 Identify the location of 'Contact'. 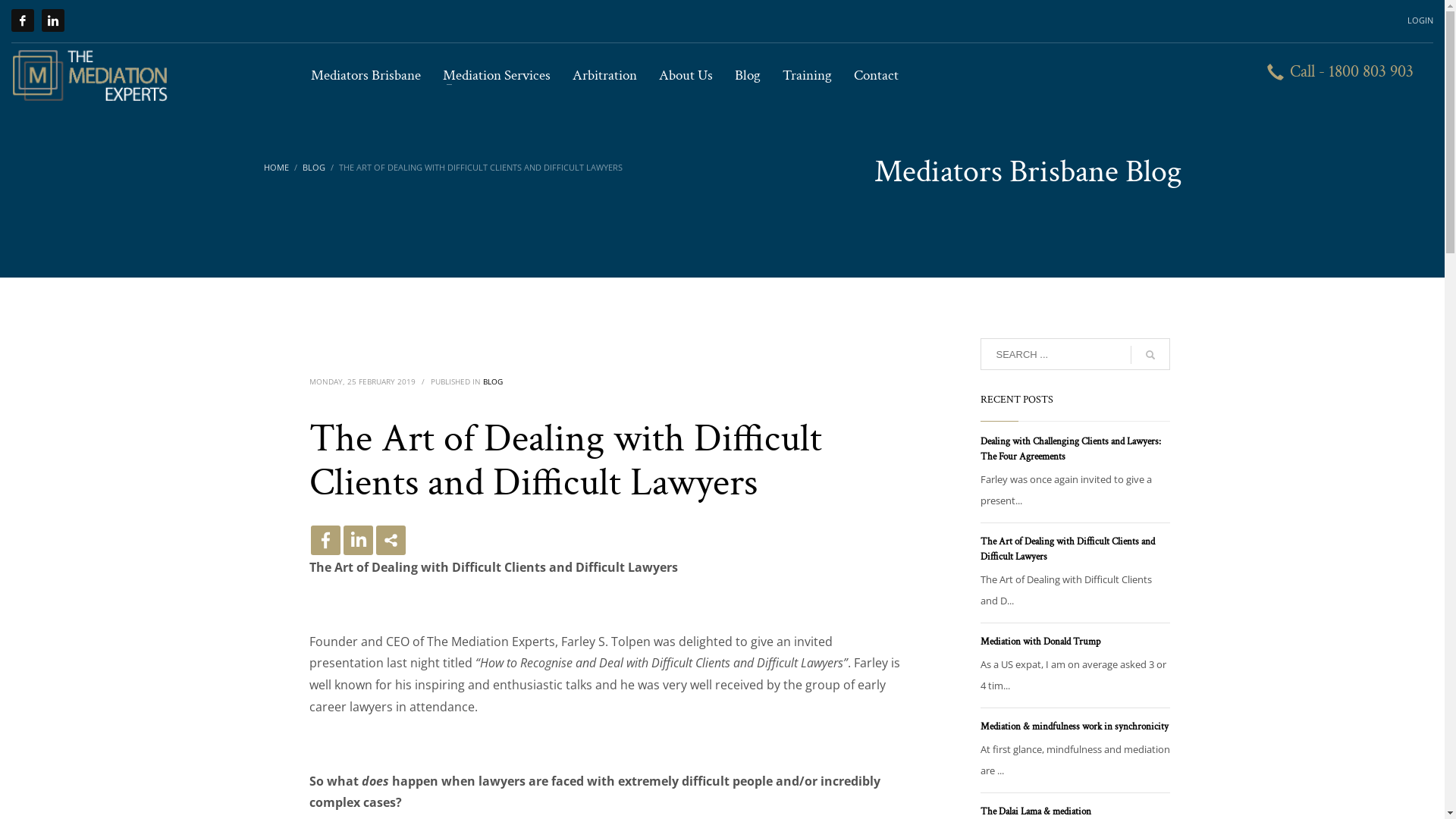
(843, 76).